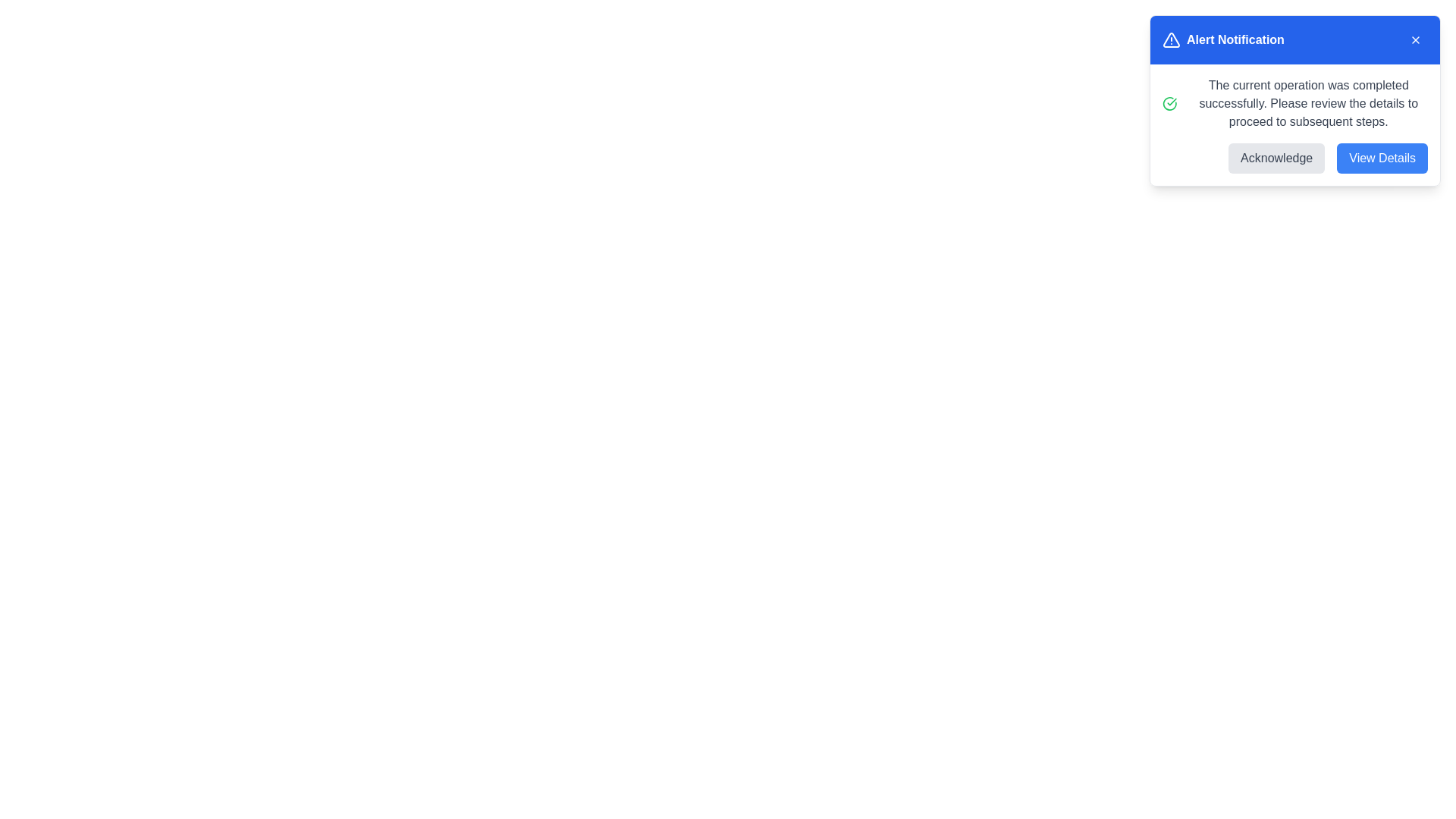  Describe the element at coordinates (1276, 158) in the screenshot. I see `the 'Acknowledge' button, which is a light gray rectangular button with rounded edges and the text 'Acknowledge' in dark gray, located in the bottom-right corner of the alert notification dialog box, to observe its hover effects` at that location.